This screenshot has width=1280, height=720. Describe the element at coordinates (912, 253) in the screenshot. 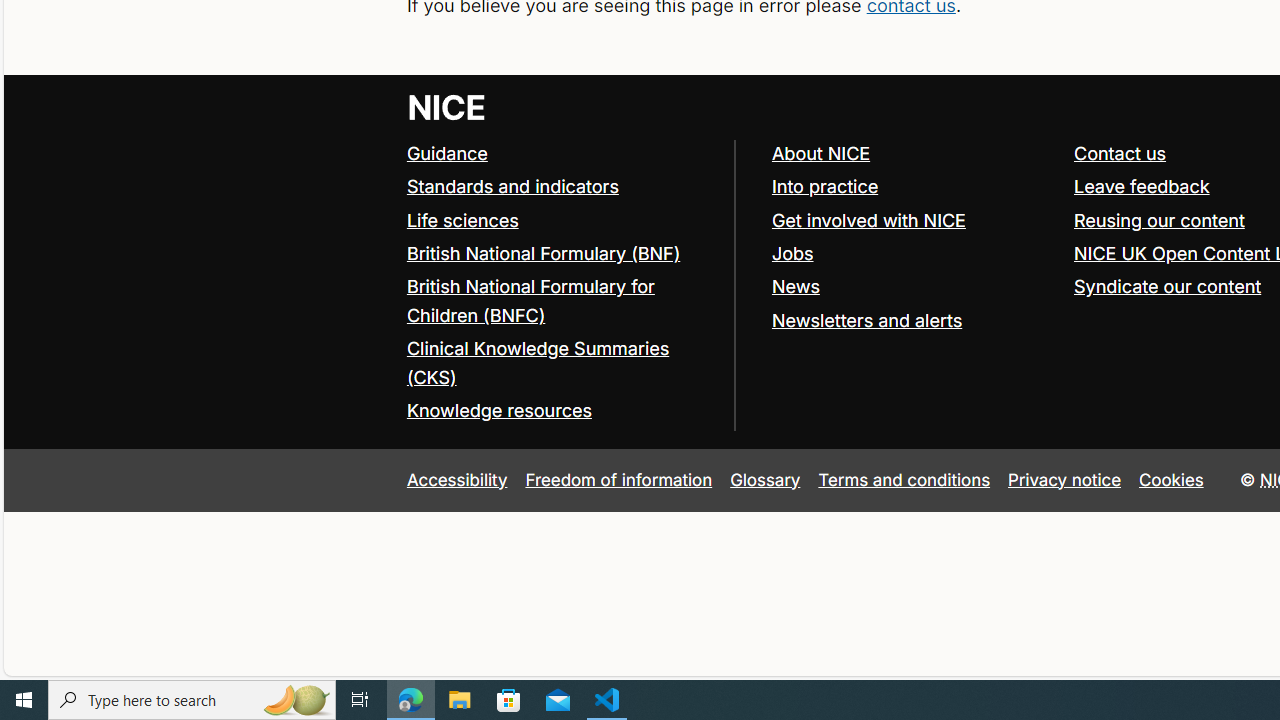

I see `'Jobs'` at that location.